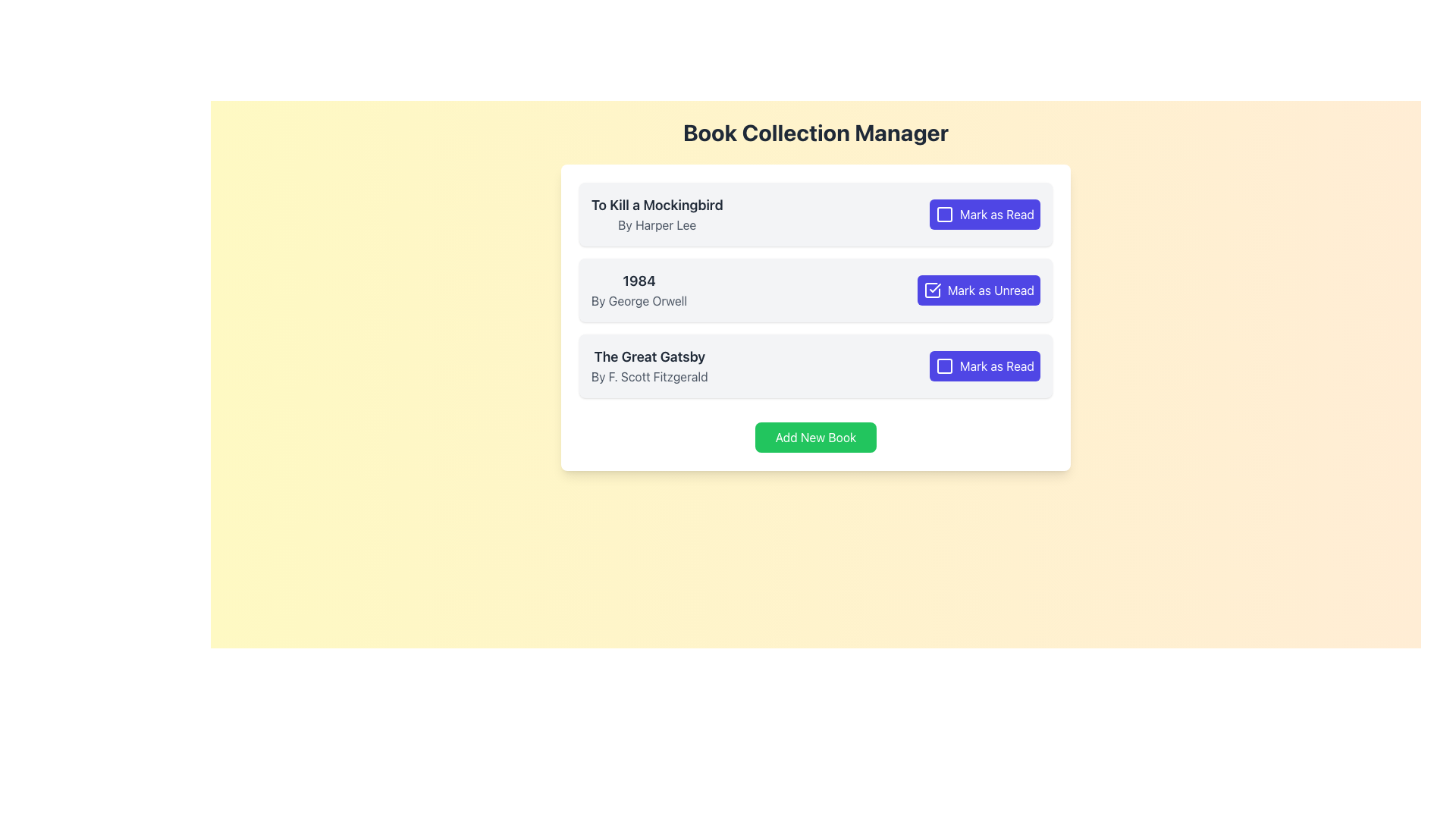  Describe the element at coordinates (639, 290) in the screenshot. I see `the text element displaying the title and author of the book located` at that location.